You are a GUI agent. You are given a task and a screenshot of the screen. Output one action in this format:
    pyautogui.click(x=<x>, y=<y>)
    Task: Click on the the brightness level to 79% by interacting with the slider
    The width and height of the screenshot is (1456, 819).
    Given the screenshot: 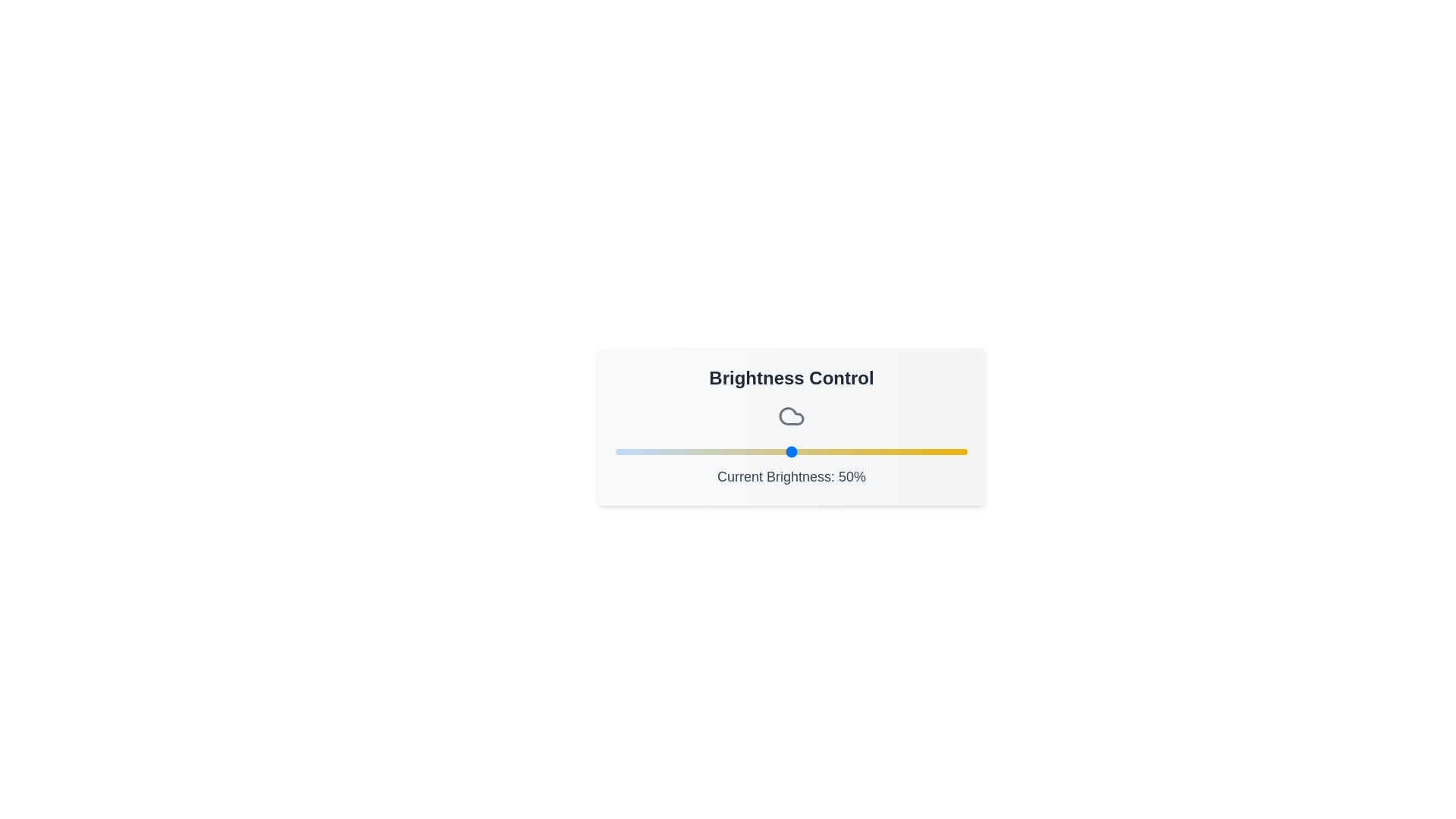 What is the action you would take?
    pyautogui.click(x=893, y=451)
    